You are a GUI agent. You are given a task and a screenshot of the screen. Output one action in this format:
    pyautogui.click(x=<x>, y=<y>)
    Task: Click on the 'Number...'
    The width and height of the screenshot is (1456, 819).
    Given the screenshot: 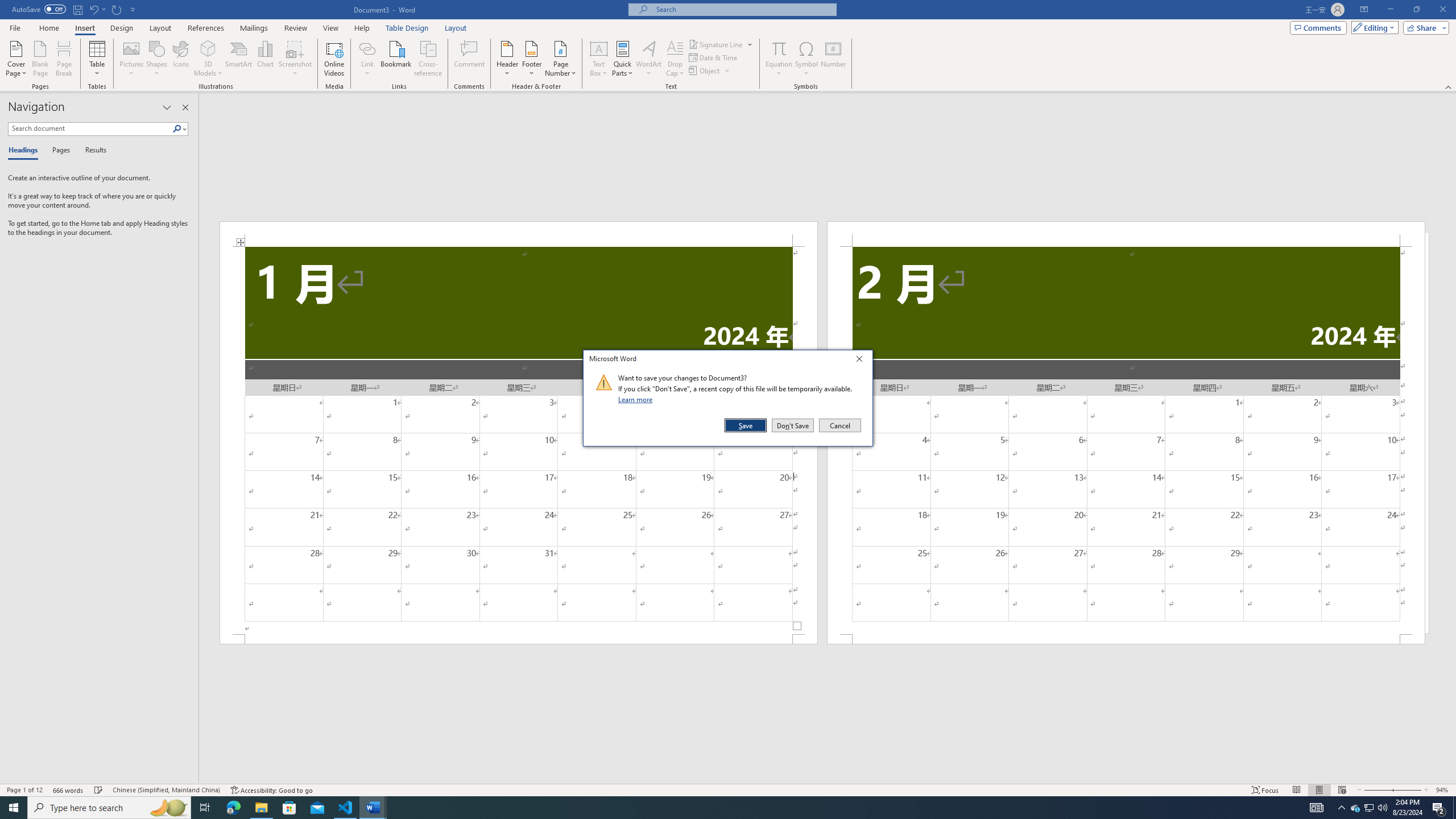 What is the action you would take?
    pyautogui.click(x=833, y=59)
    